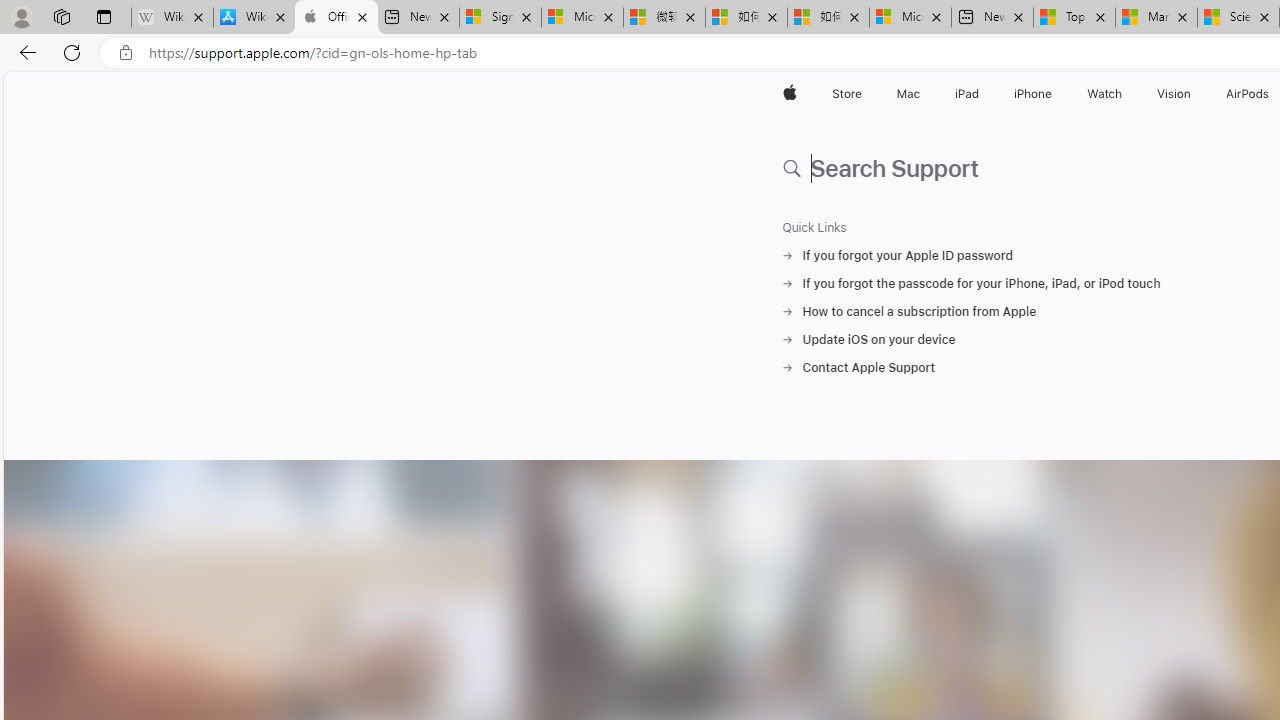 This screenshot has width=1280, height=720. Describe the element at coordinates (983, 93) in the screenshot. I see `'iPad menu'` at that location.